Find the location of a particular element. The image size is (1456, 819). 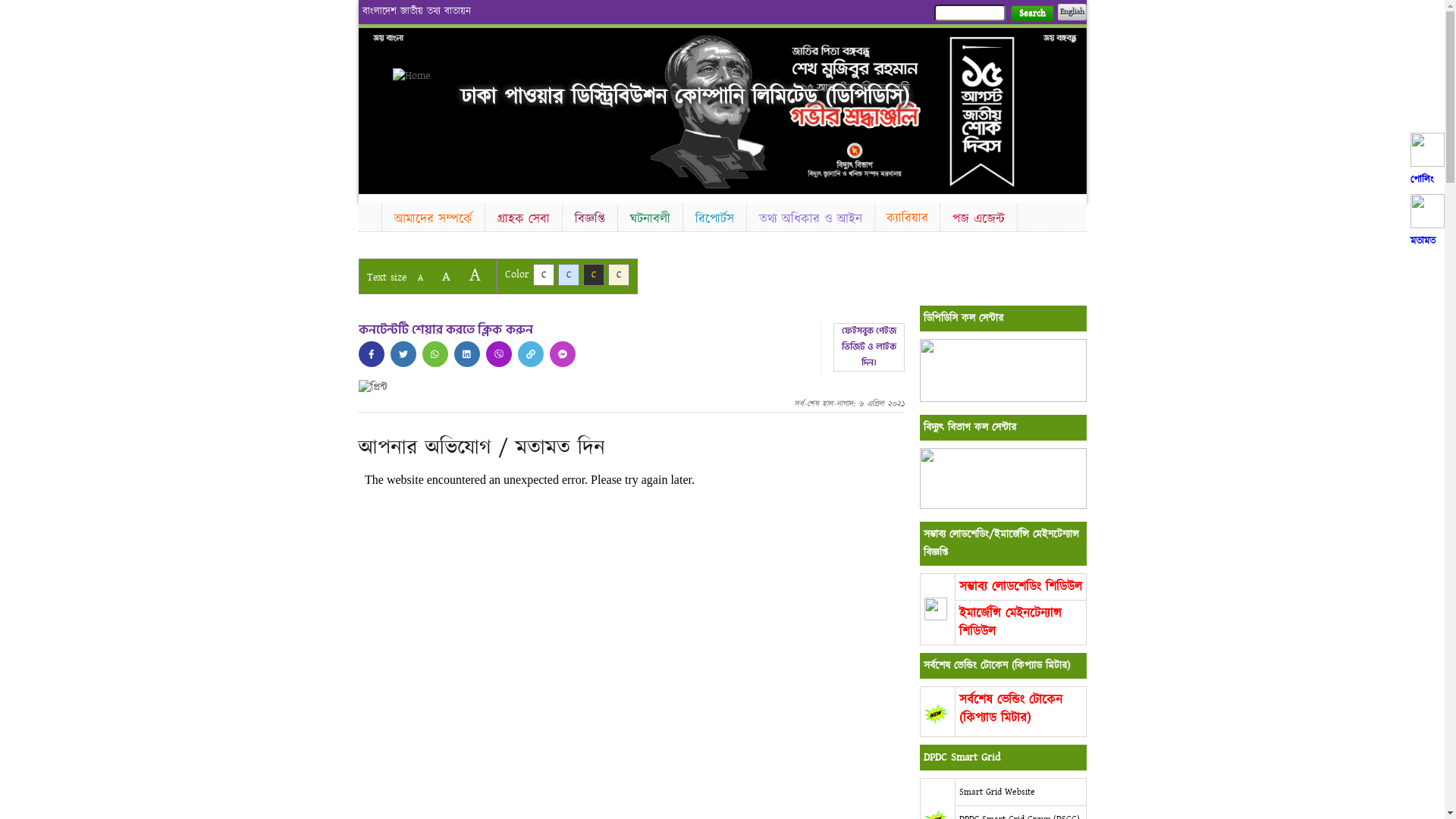

'English' is located at coordinates (1056, 11).